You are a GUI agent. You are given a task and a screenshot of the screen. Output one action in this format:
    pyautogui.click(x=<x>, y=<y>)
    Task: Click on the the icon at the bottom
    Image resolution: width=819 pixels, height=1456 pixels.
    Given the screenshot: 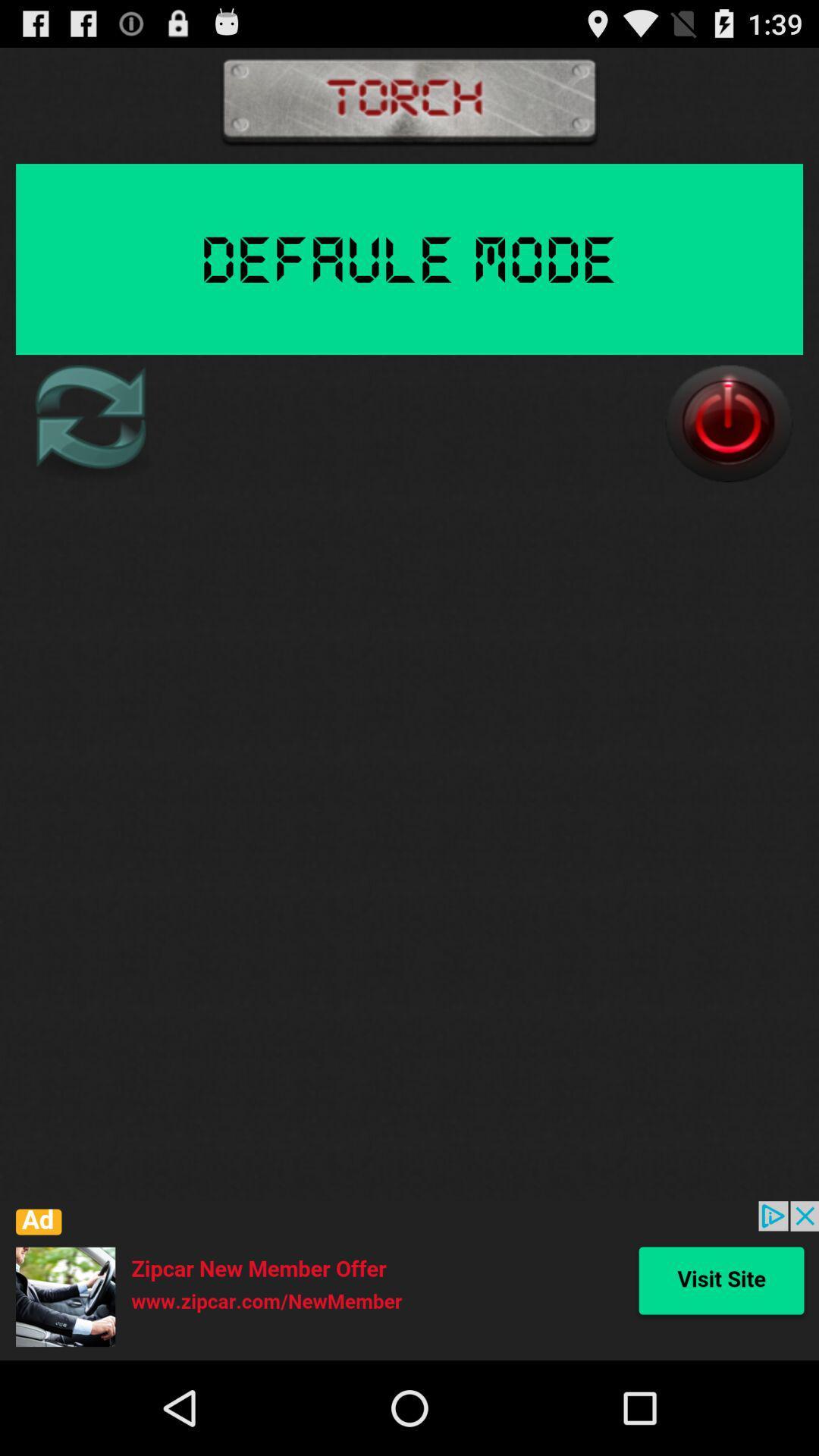 What is the action you would take?
    pyautogui.click(x=409, y=1280)
    